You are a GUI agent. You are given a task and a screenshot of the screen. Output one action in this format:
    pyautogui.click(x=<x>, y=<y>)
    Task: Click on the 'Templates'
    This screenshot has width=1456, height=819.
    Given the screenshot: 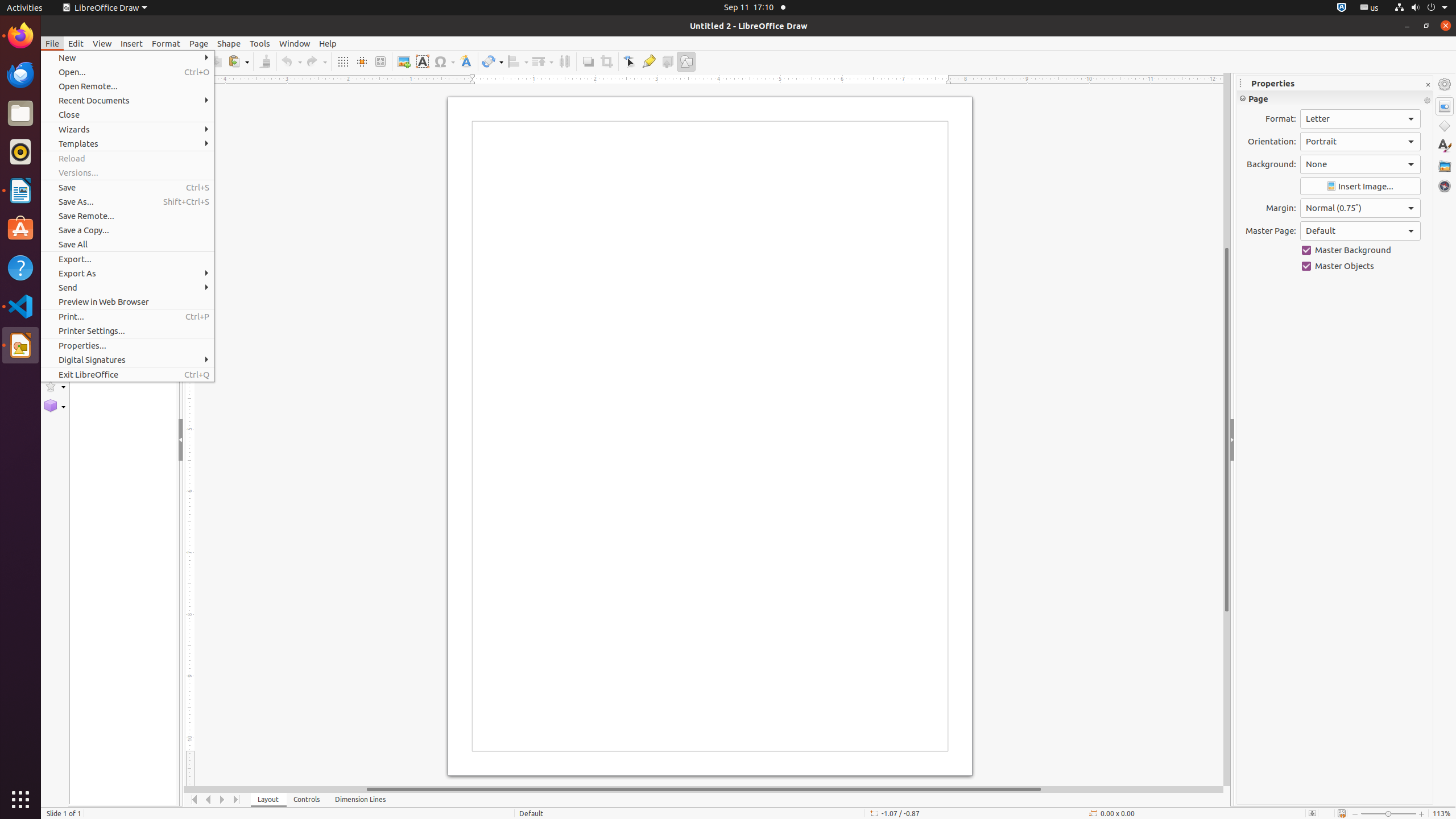 What is the action you would take?
    pyautogui.click(x=127, y=143)
    